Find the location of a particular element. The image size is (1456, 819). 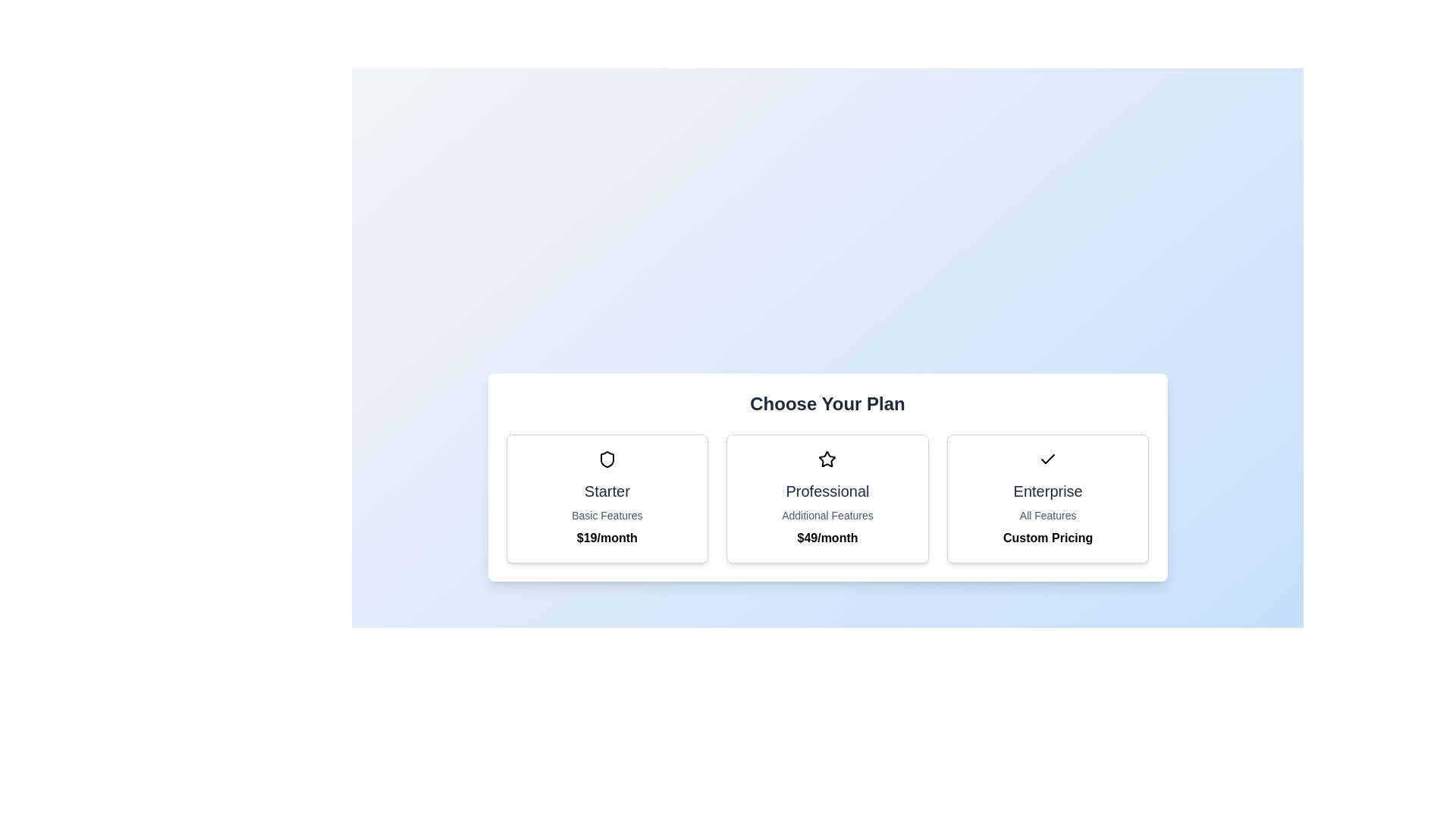

the 'All Features' text label in gray font located in the third card of the 'Choose Your Plan' layout, positioned below the 'Enterprise' title and above the 'Custom Pricing' text is located at coordinates (1047, 514).